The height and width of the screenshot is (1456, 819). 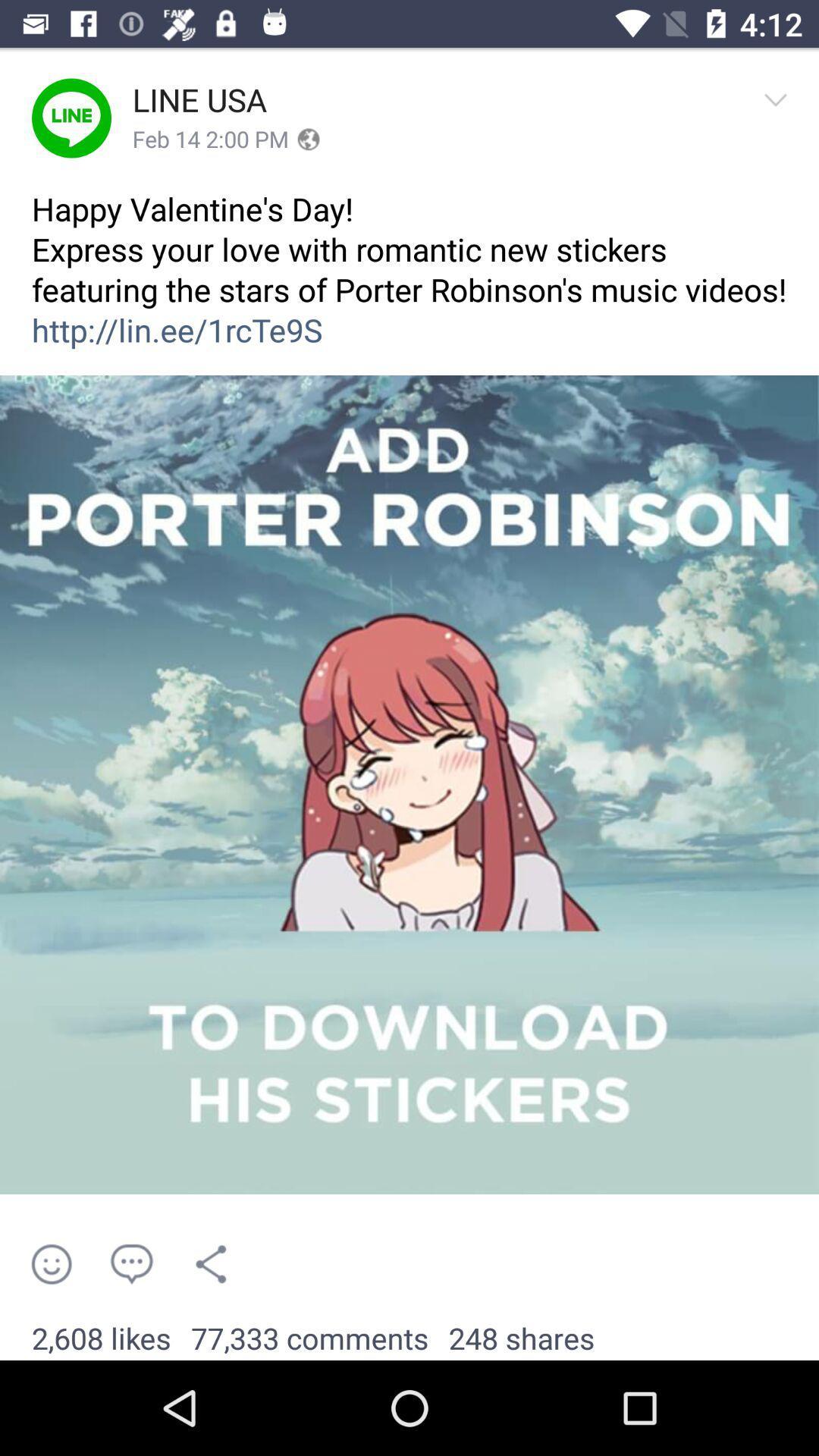 What do you see at coordinates (409, 281) in the screenshot?
I see `happy valentine s item` at bounding box center [409, 281].